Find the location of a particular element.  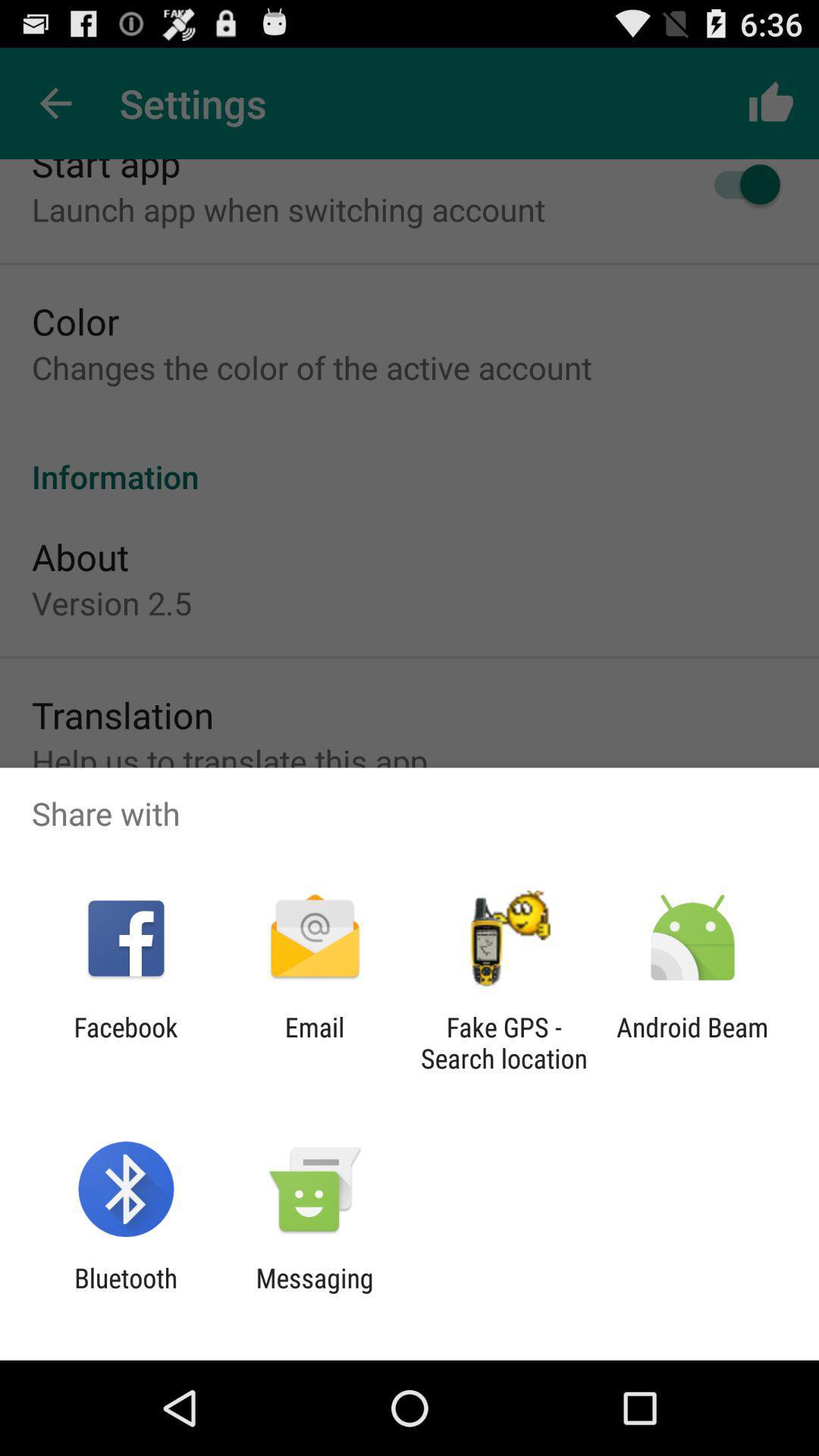

fake gps search item is located at coordinates (504, 1042).